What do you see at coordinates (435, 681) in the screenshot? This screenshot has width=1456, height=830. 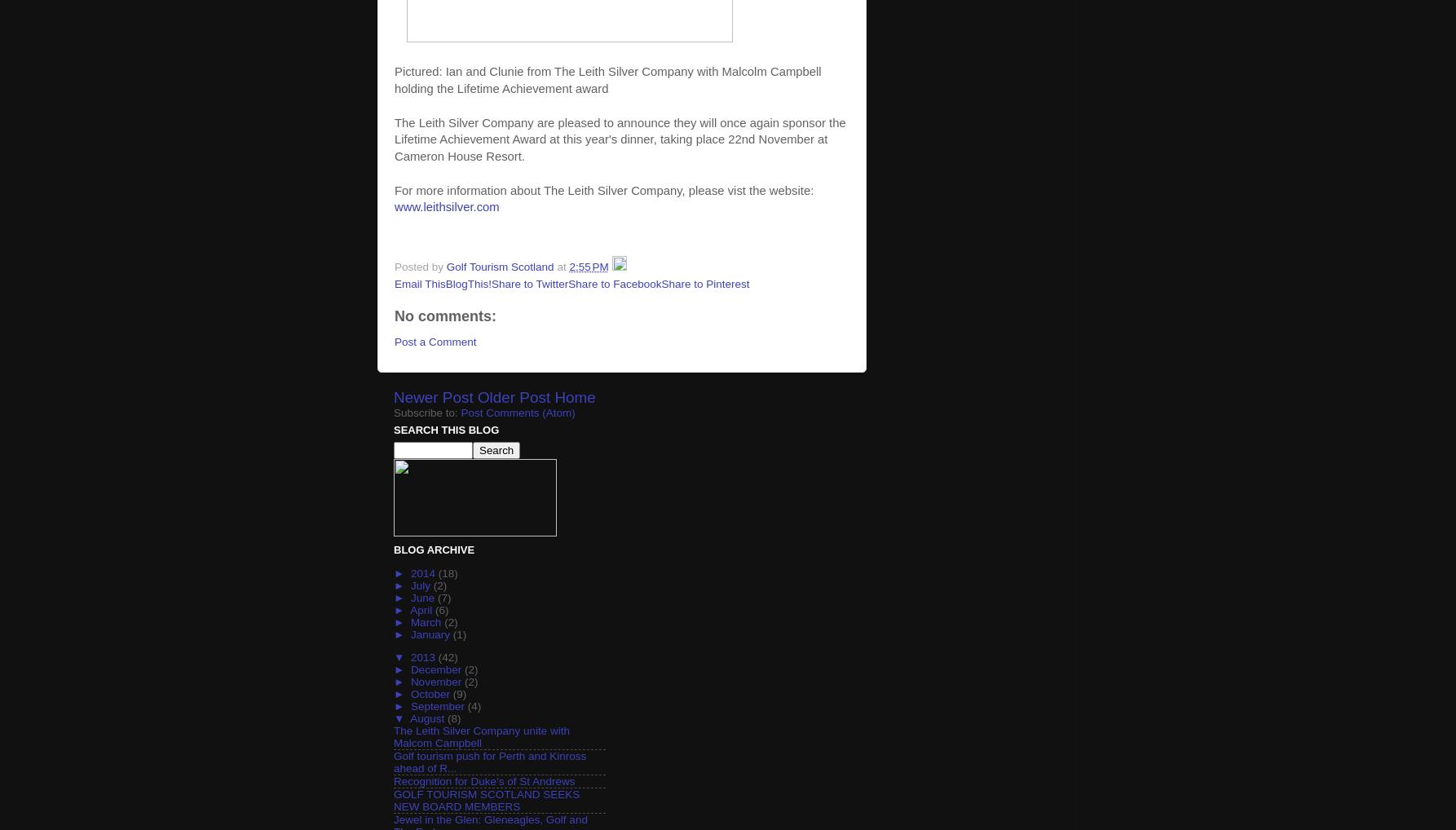 I see `'November'` at bounding box center [435, 681].